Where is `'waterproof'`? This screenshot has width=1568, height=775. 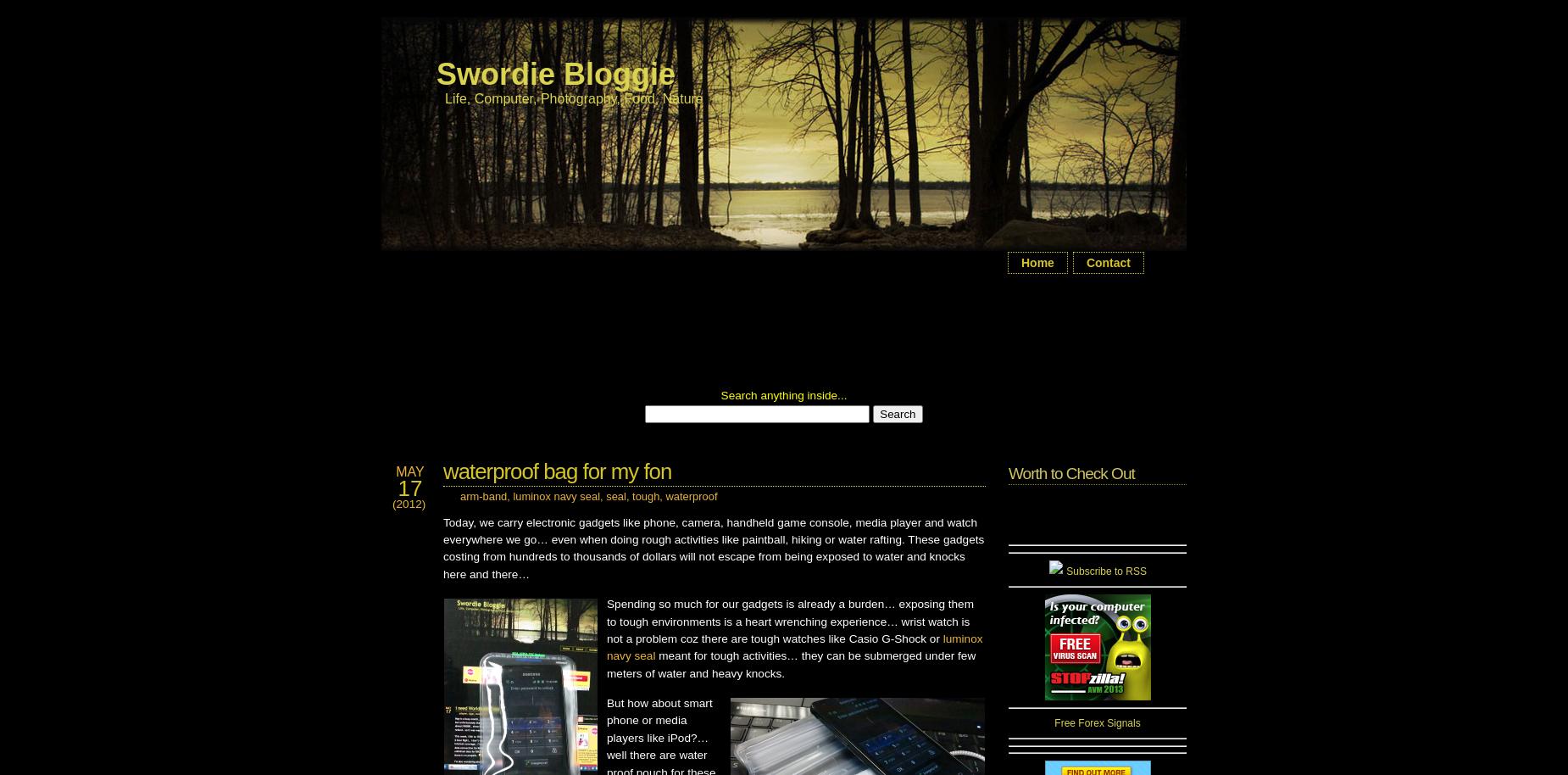
'waterproof' is located at coordinates (691, 496).